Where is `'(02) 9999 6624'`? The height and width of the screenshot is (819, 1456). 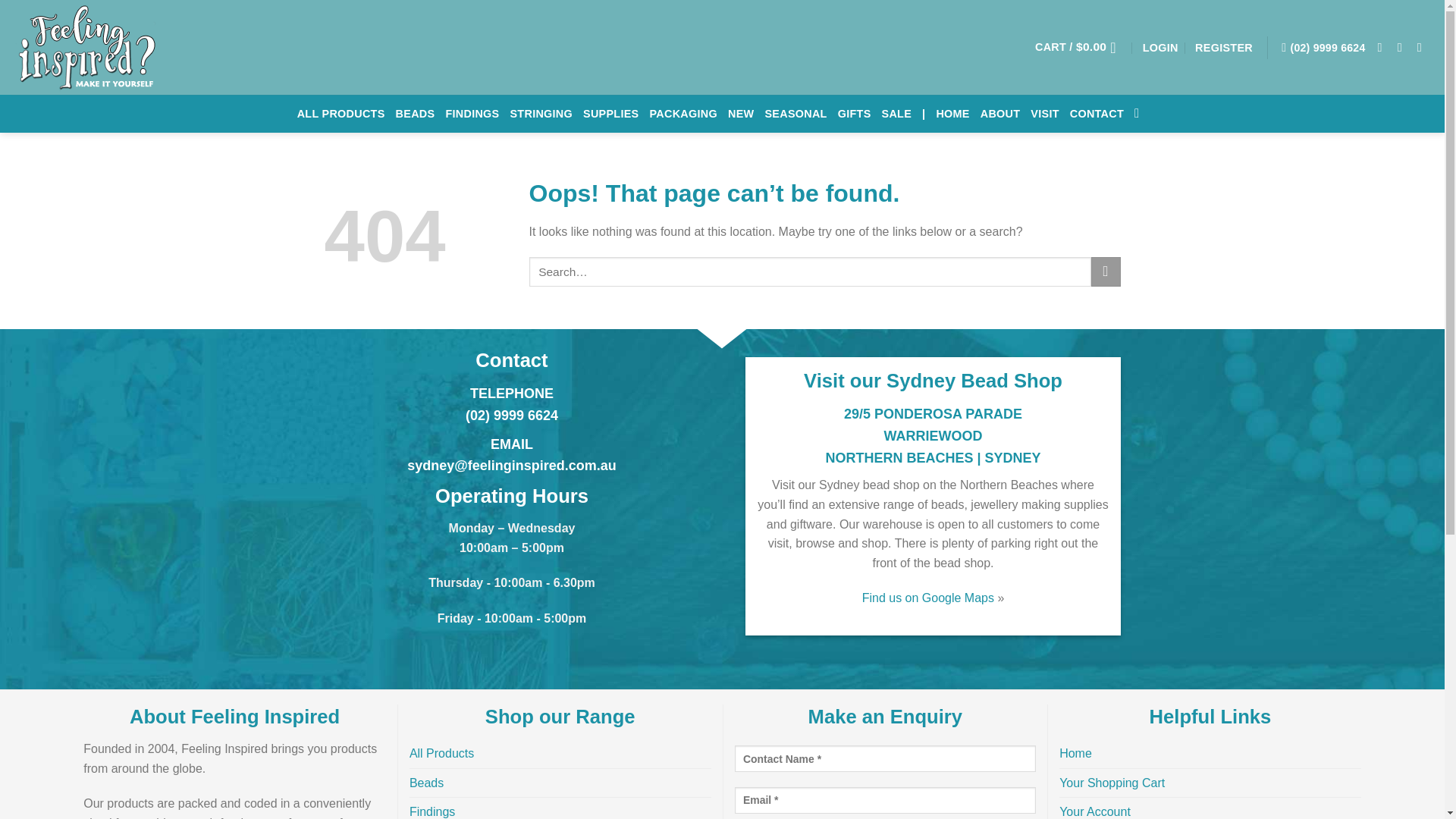
'(02) 9999 6624' is located at coordinates (1323, 46).